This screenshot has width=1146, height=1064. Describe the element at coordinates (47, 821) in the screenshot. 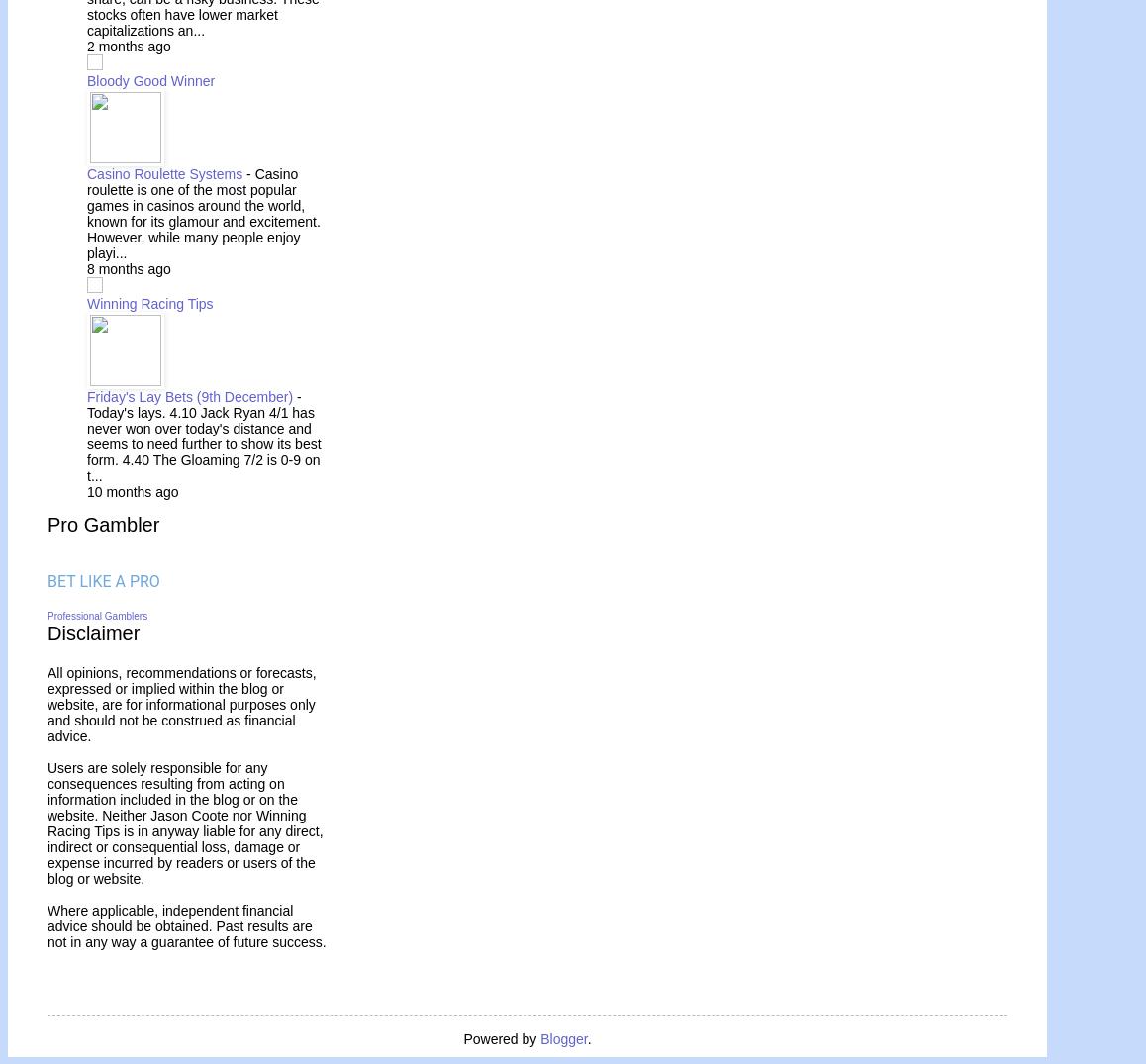

I see `'Users are solely responsible for any consequences resulting from acting on information included in the blog or on the website. Neither Jason Coote nor Winning Racing Tips is in anyway liable for any direct, indirect or consequential loss, damage or expense incurred by readers or users of the blog or website.'` at that location.